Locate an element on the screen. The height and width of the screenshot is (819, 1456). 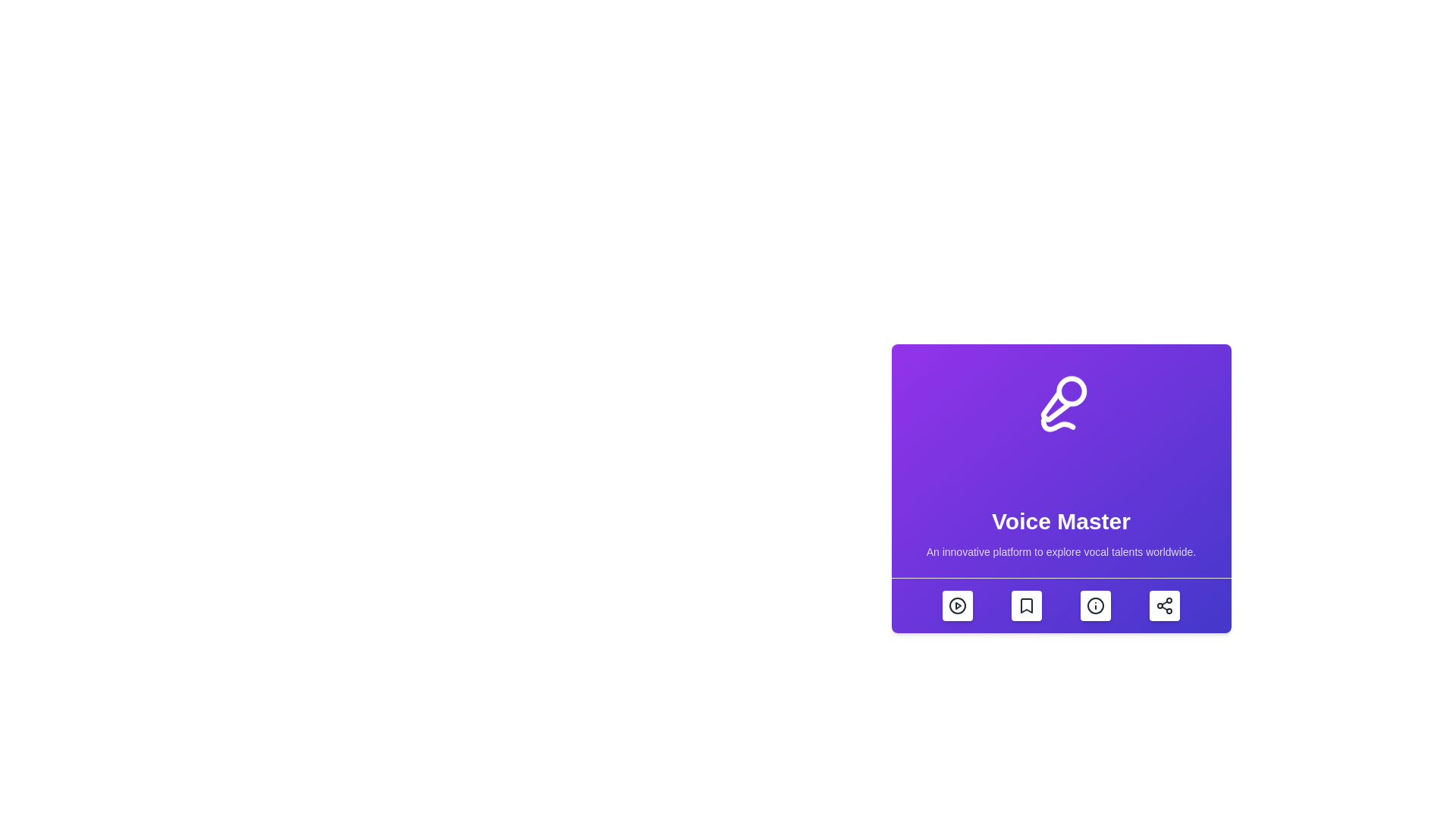
the rounded square button with a white background and a dark share icon is located at coordinates (1164, 604).